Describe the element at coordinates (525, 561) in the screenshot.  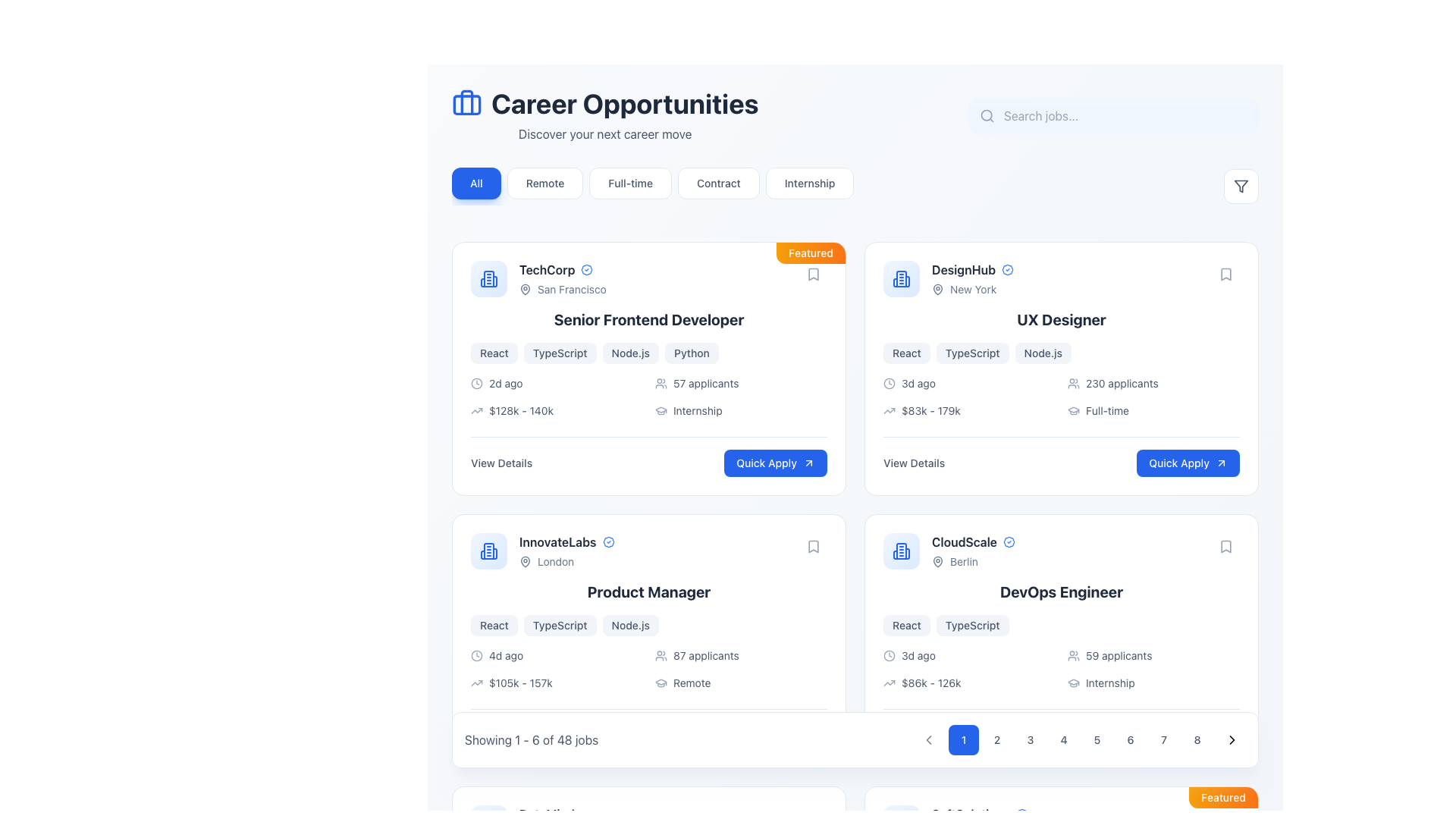
I see `the map pin icon associated with the job listing for 'Product Manager' by 'InnovateLabs', located next to the text 'London'` at that location.